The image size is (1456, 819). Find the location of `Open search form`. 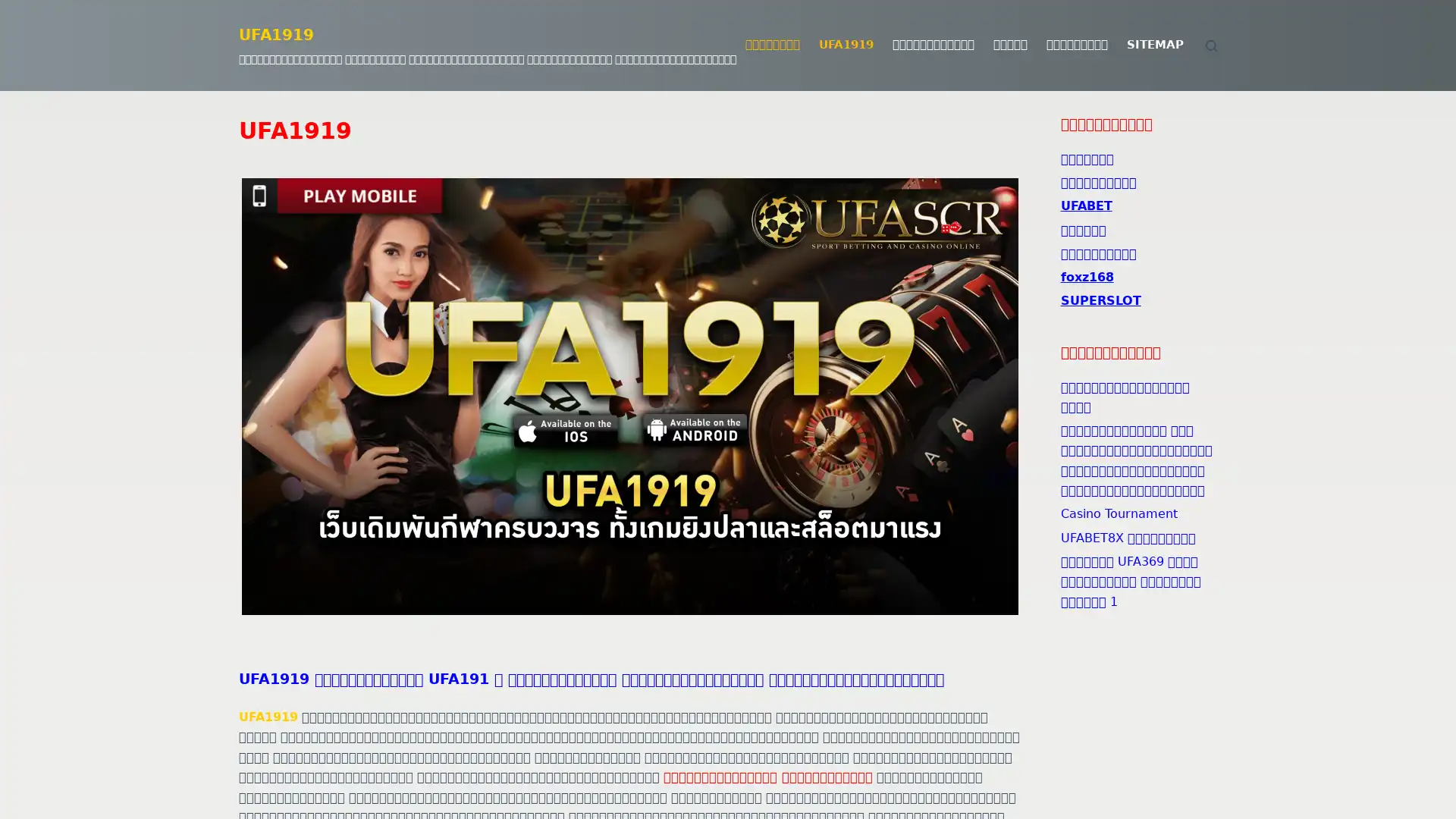

Open search form is located at coordinates (1210, 44).